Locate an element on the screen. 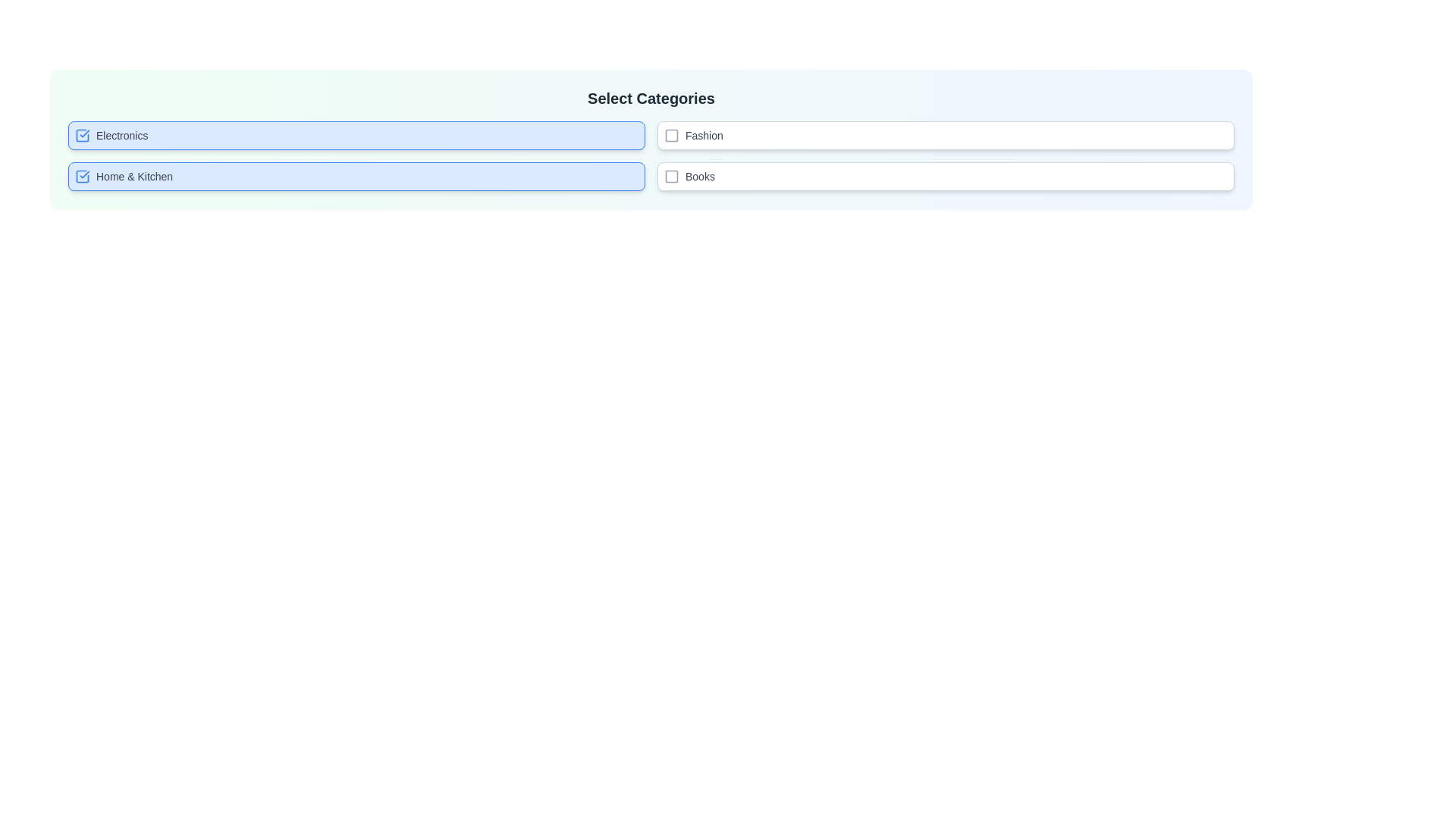 The width and height of the screenshot is (1456, 819). the outer square of the checkbox icon is located at coordinates (82, 134).